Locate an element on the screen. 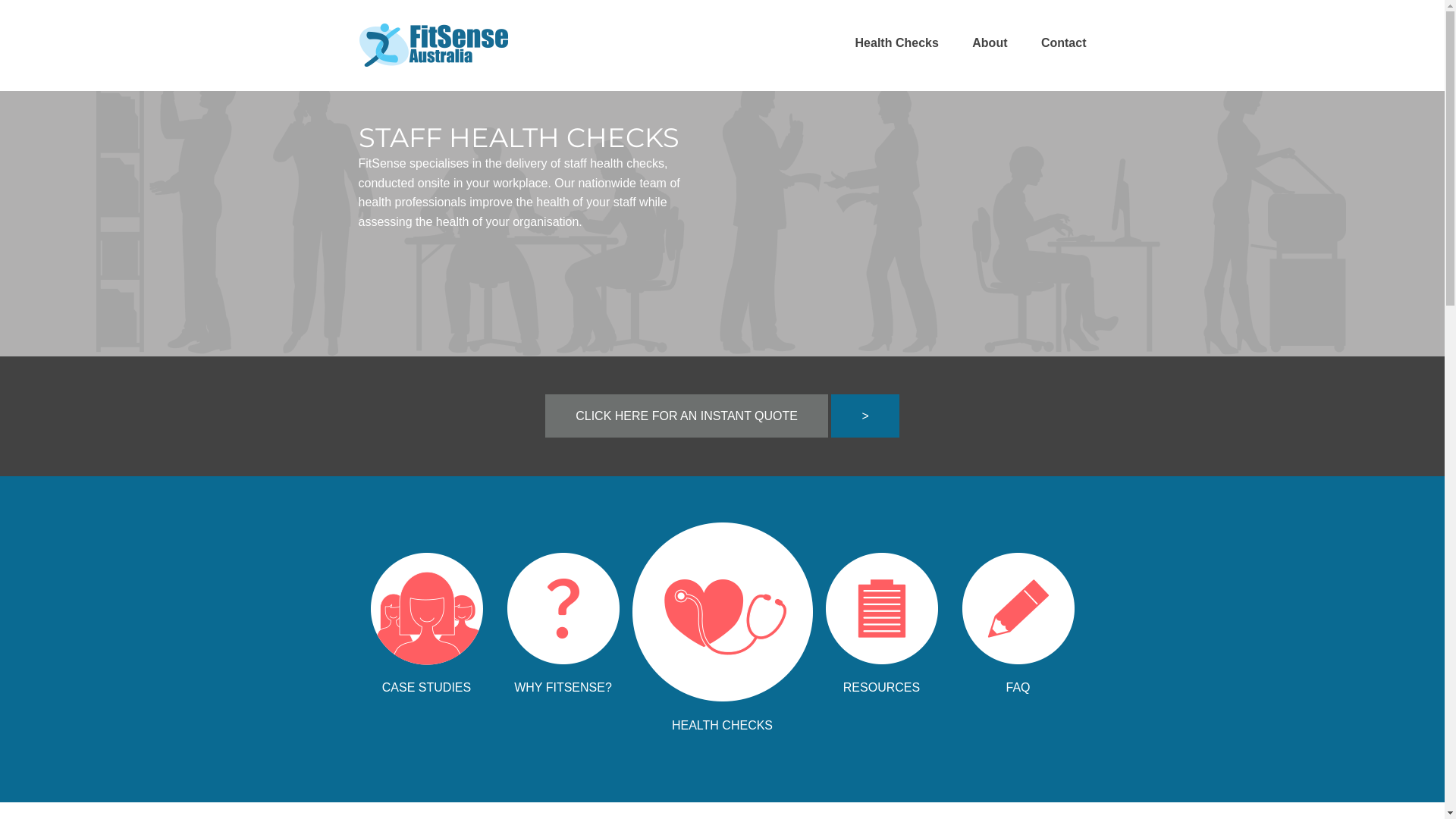 The height and width of the screenshot is (819, 1456). 'Contact' is located at coordinates (1062, 42).